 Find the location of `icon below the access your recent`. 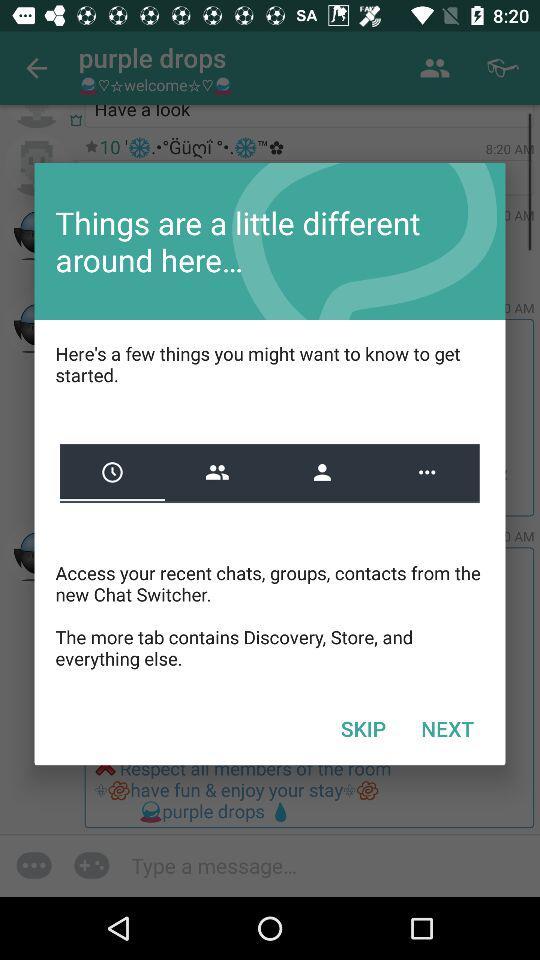

icon below the access your recent is located at coordinates (362, 727).